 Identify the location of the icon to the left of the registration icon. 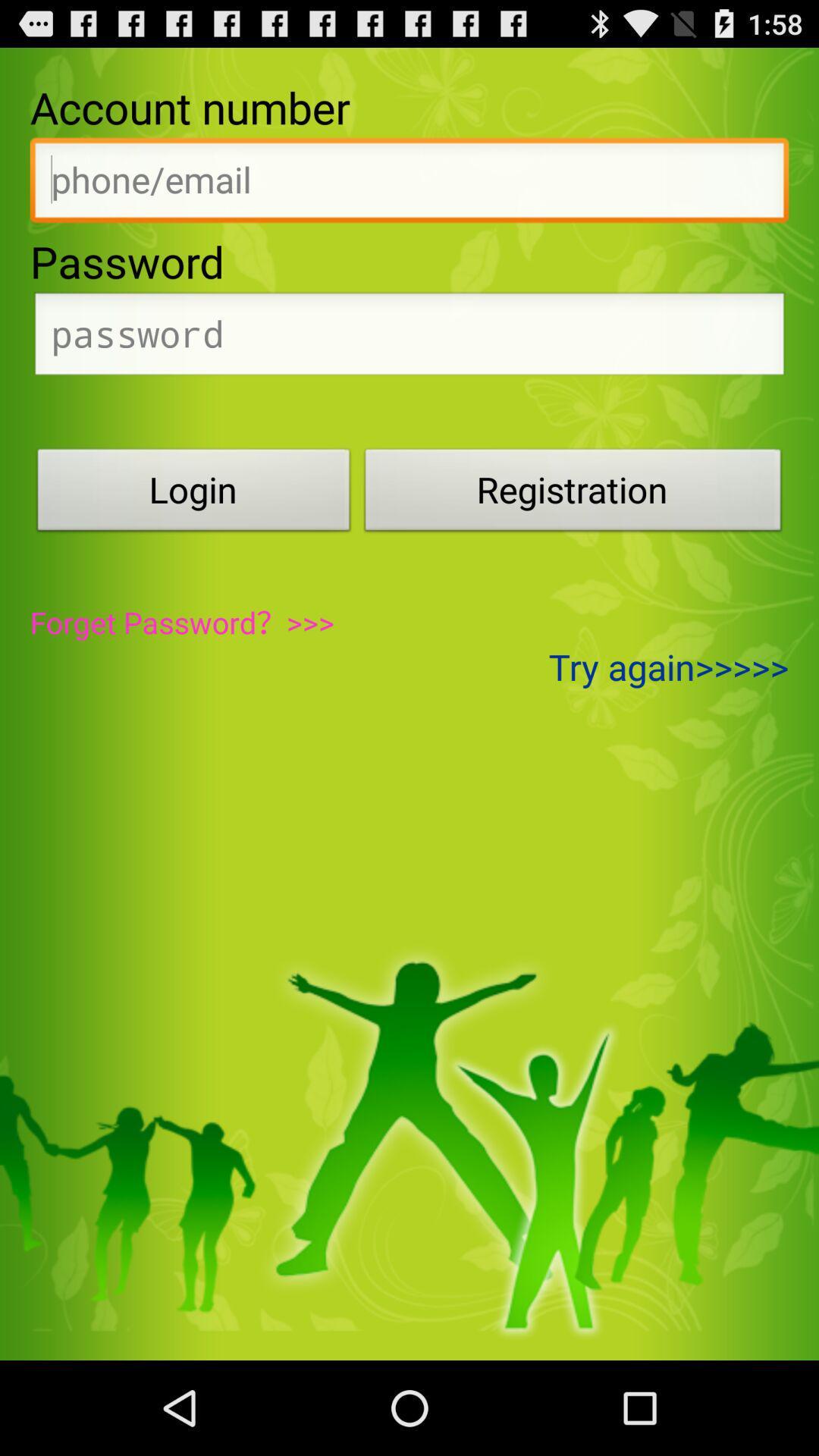
(193, 494).